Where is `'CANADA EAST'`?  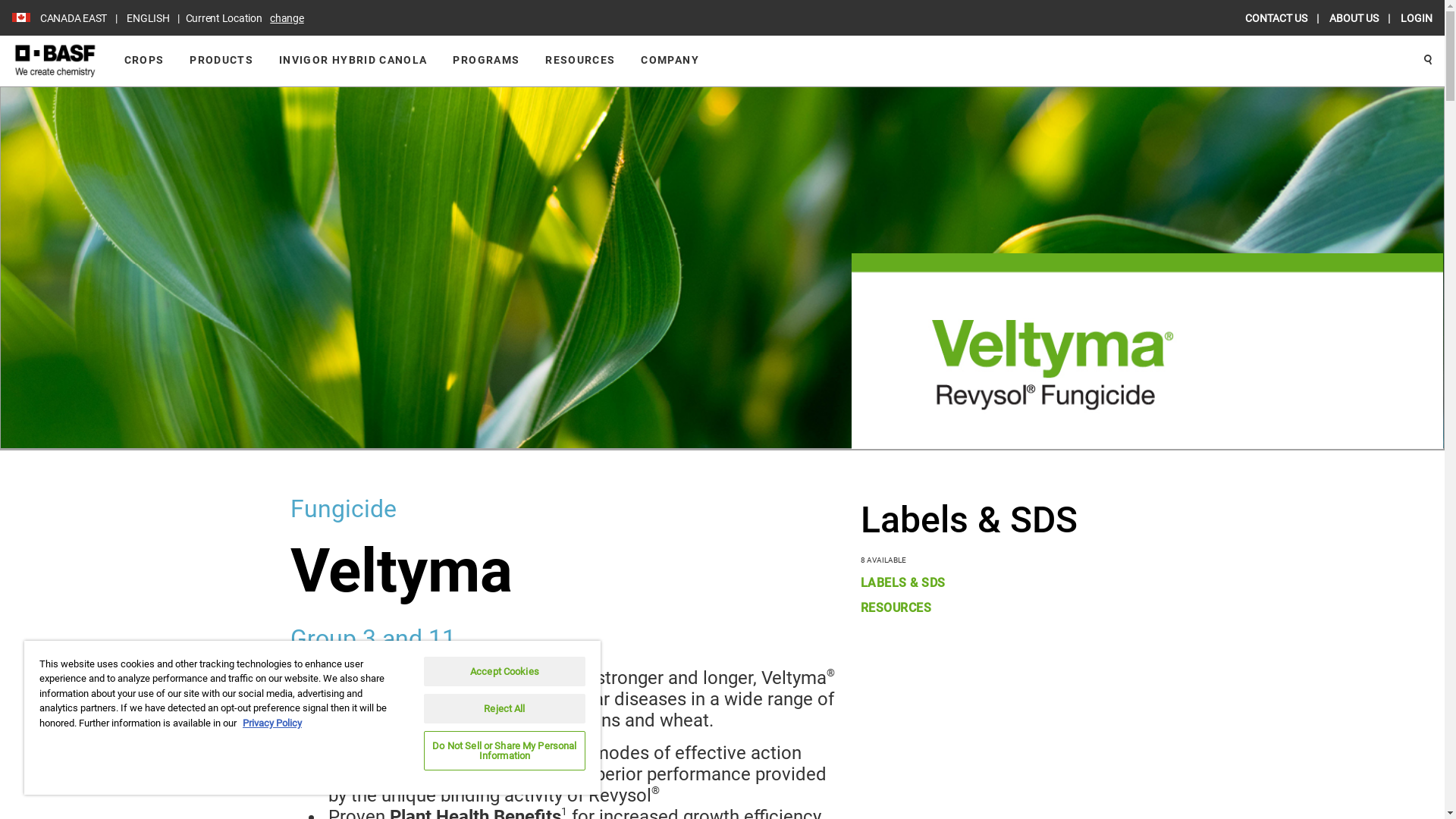
'CANADA EAST' is located at coordinates (72, 17).